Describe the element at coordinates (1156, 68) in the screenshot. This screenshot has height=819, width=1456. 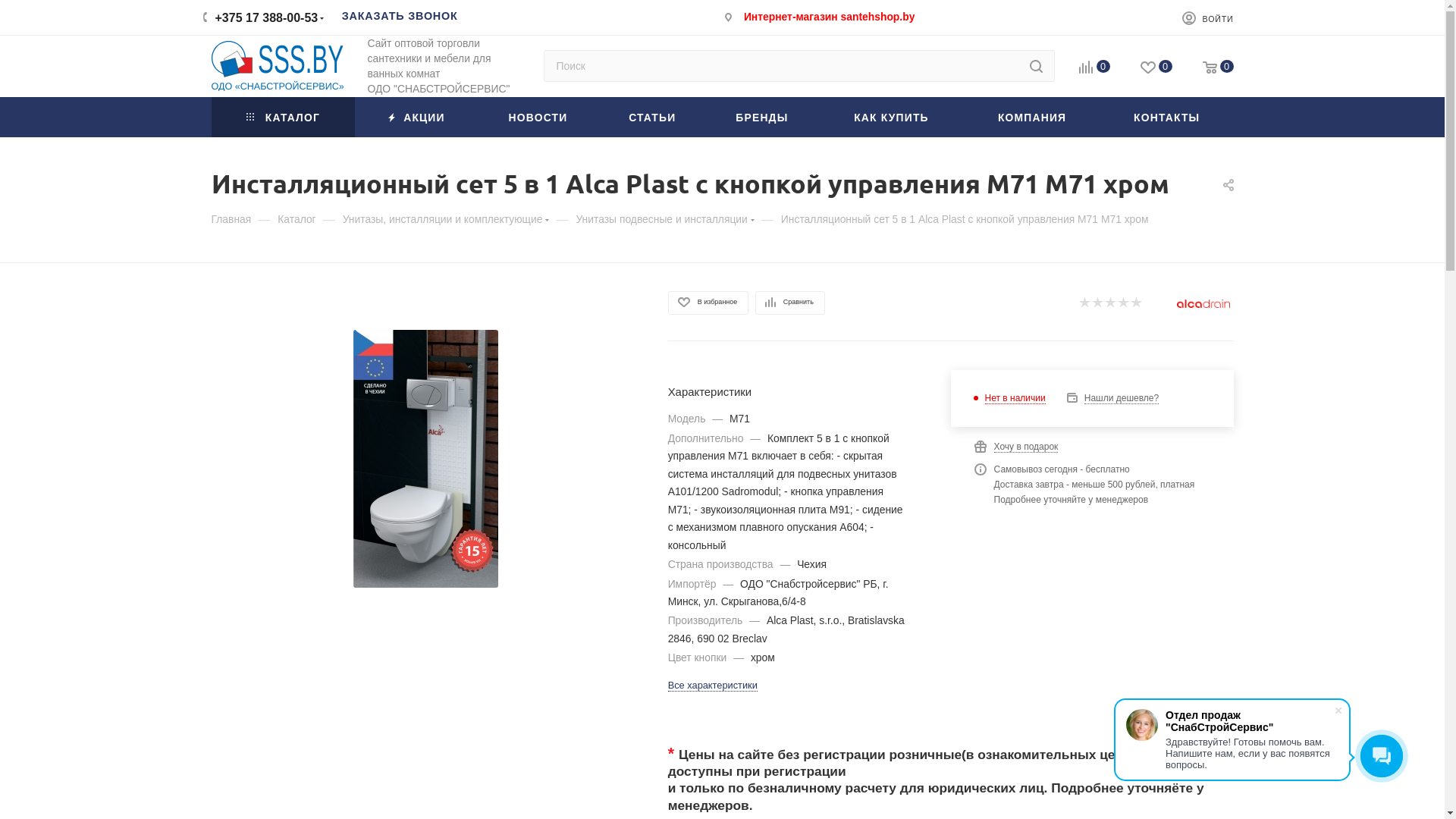
I see `'0'` at that location.